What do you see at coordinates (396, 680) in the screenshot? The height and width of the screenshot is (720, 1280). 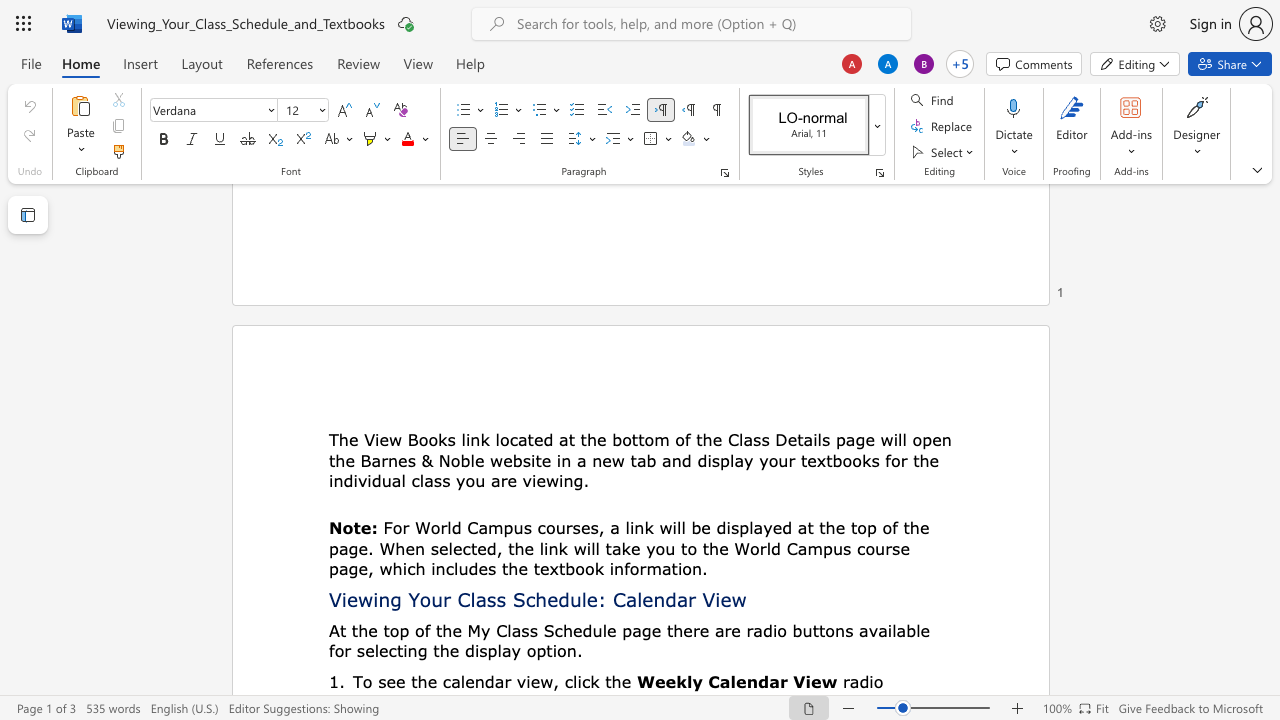 I see `the space between the continuous character "e" and "e" in the text` at bounding box center [396, 680].